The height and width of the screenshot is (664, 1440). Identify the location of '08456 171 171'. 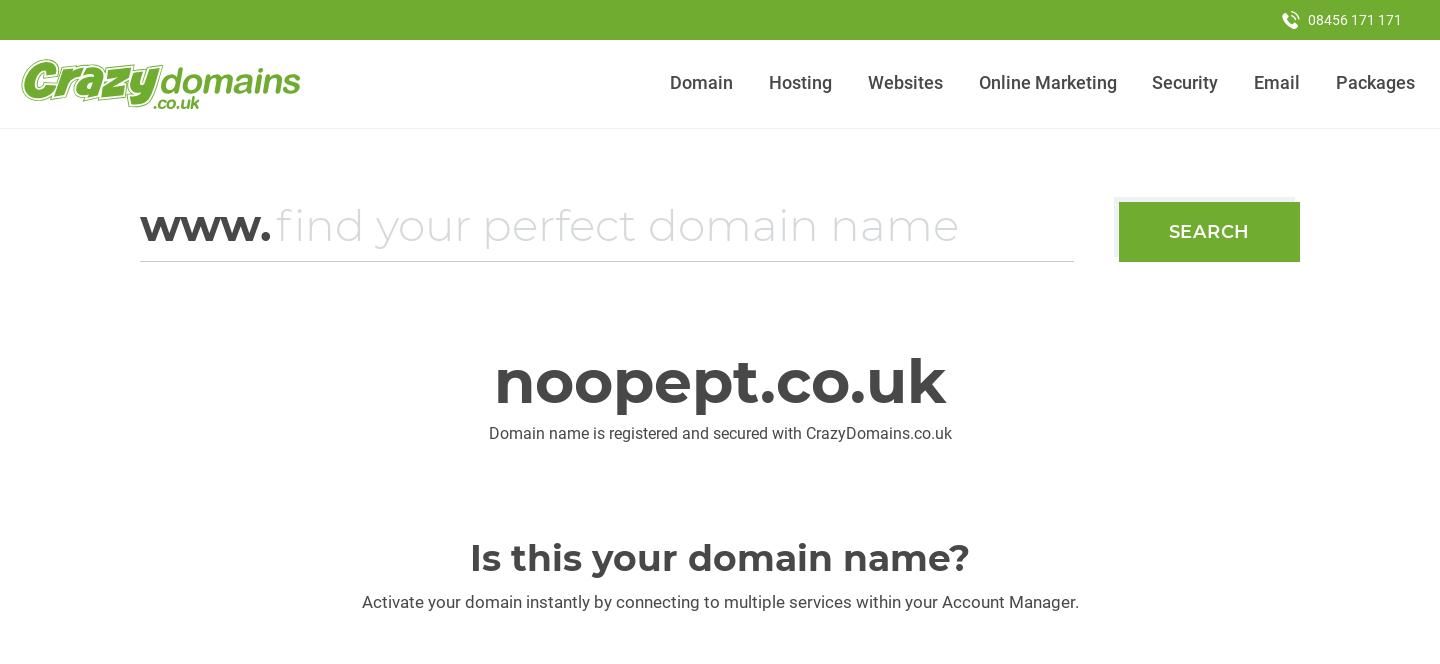
(1307, 18).